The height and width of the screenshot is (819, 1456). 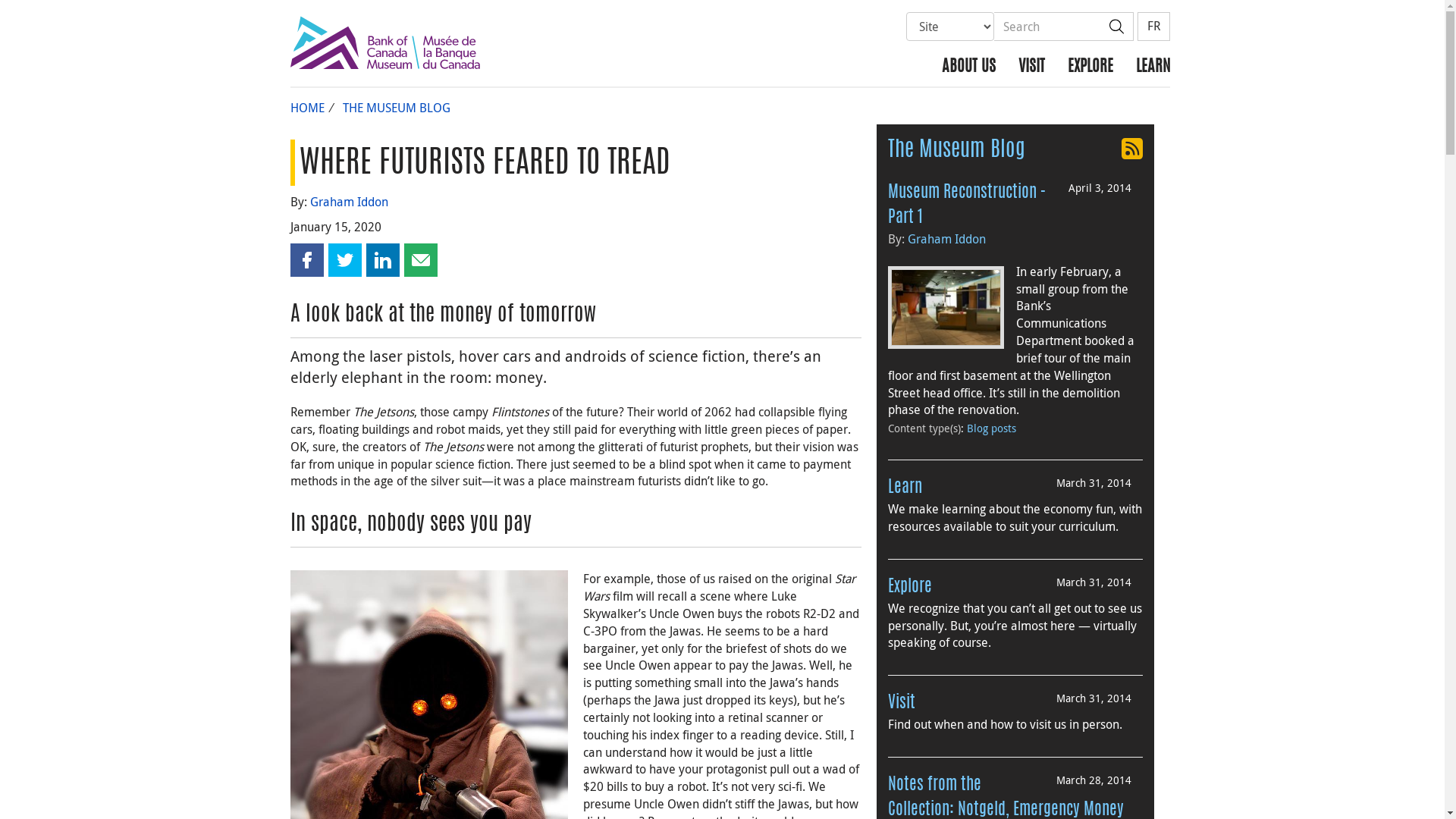 I want to click on 'Graham Iddon', so click(x=347, y=201).